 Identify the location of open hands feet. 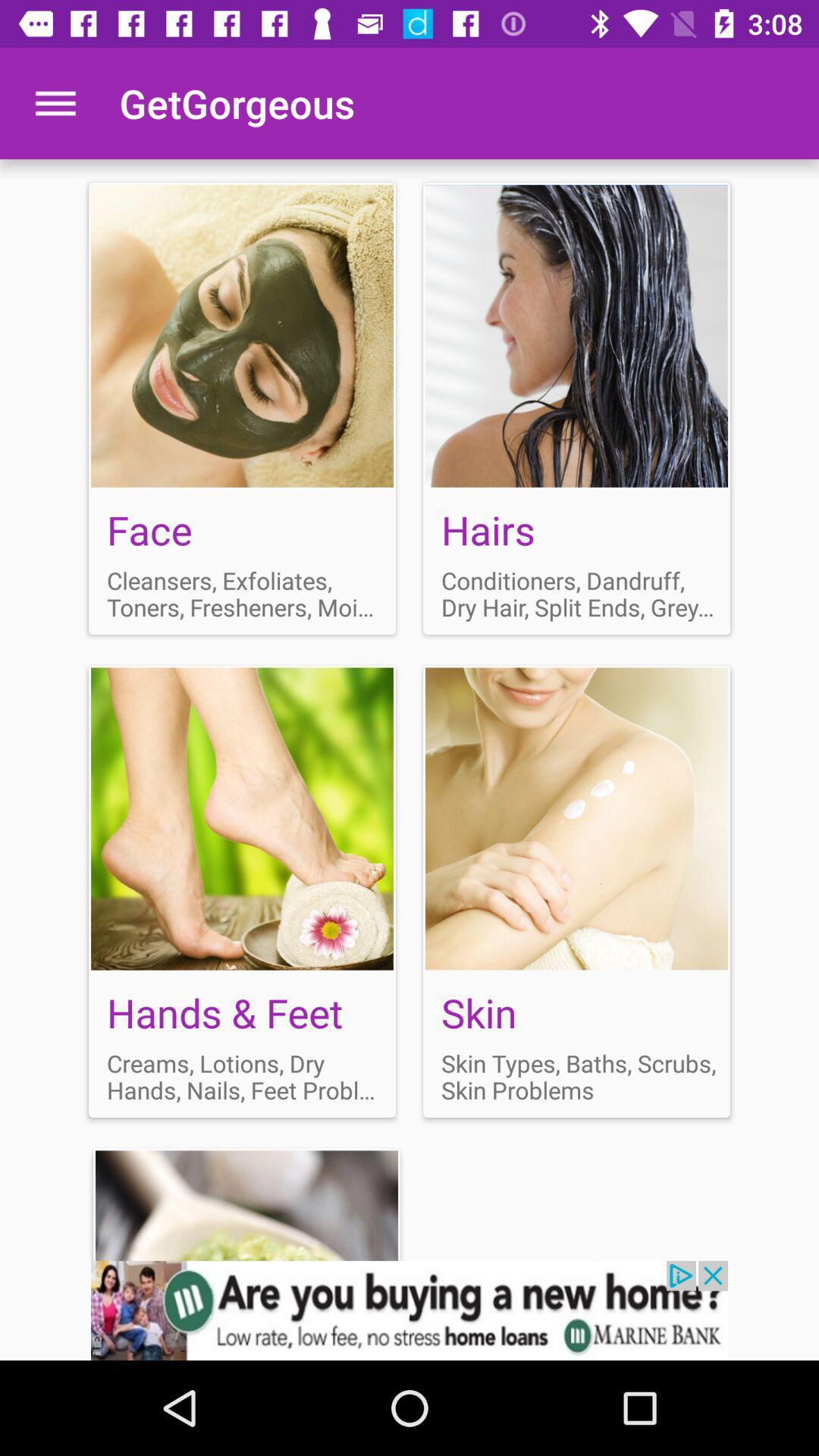
(241, 891).